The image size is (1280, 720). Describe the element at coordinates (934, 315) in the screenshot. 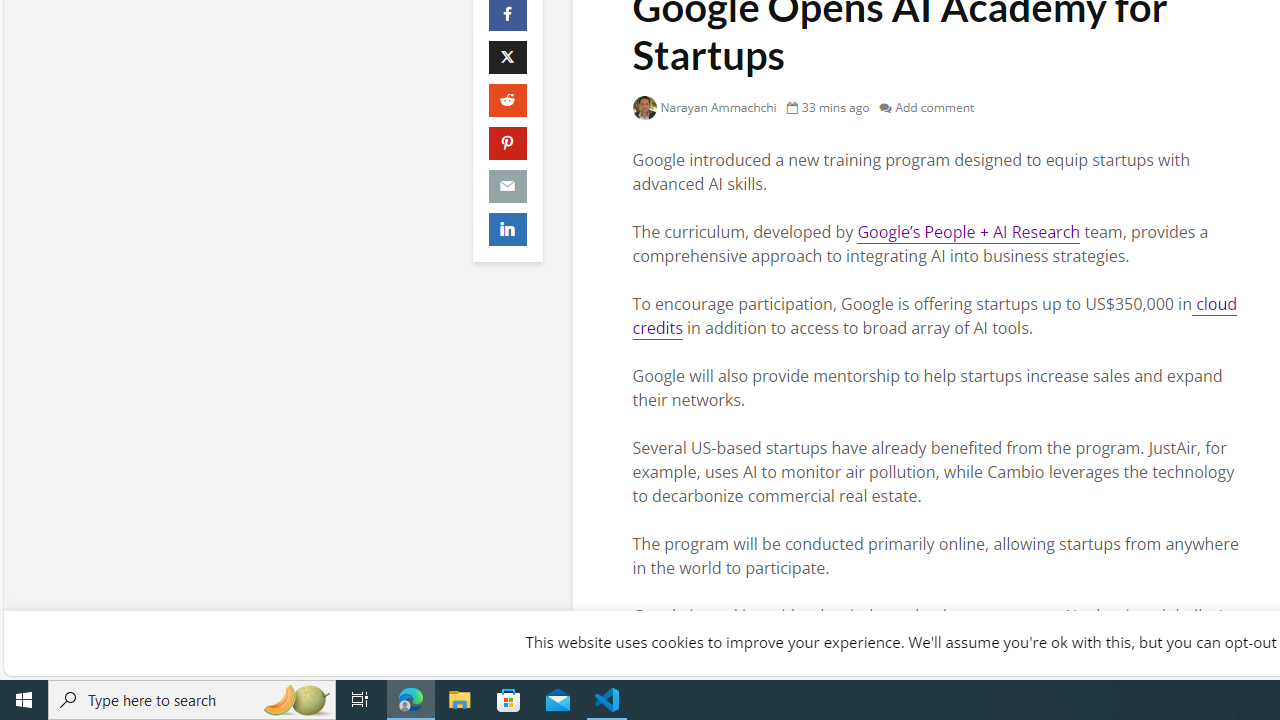

I see `' cloud credits'` at that location.